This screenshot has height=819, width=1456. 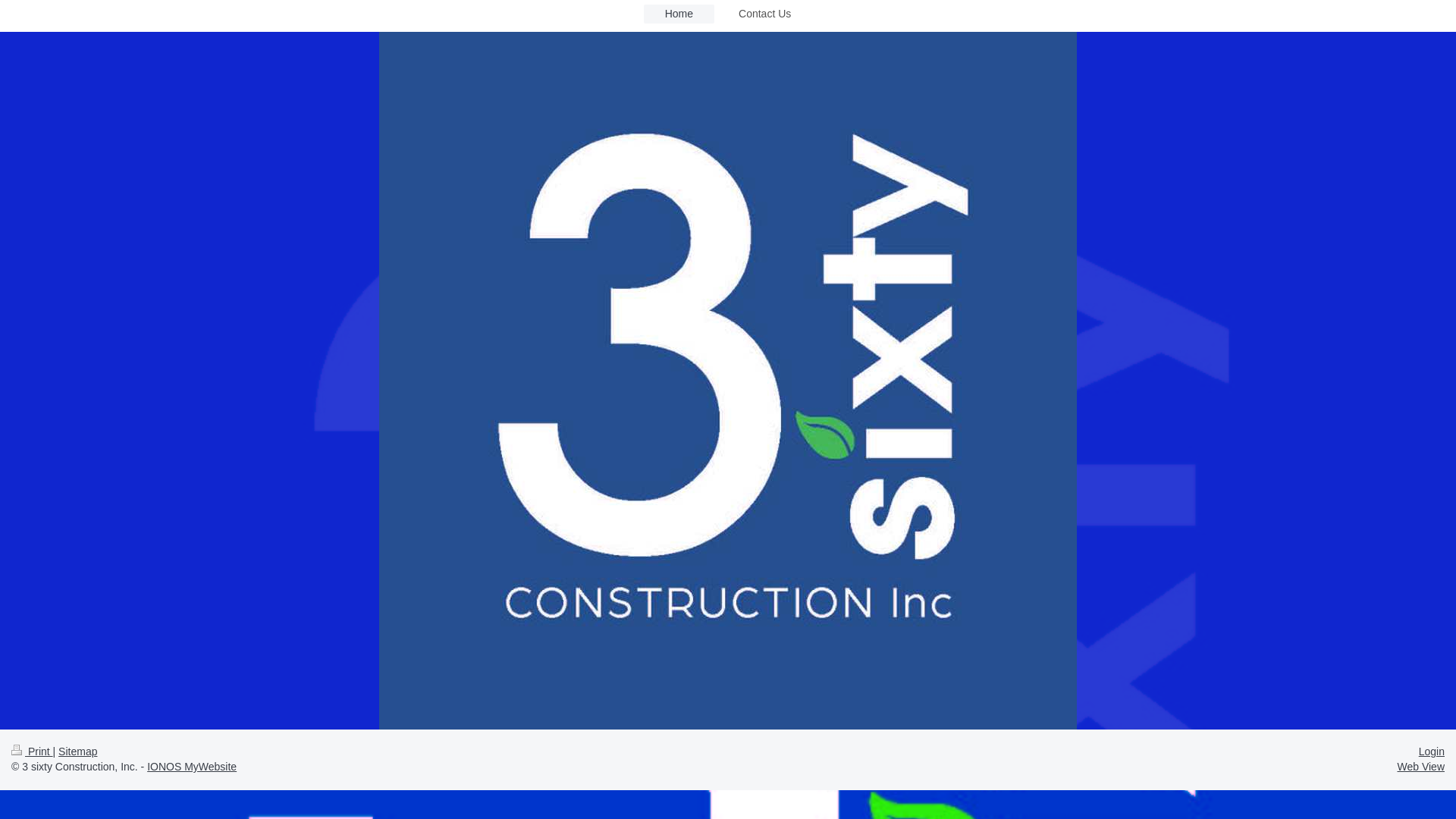 What do you see at coordinates (191, 766) in the screenshot?
I see `'IONOS MyWebsite'` at bounding box center [191, 766].